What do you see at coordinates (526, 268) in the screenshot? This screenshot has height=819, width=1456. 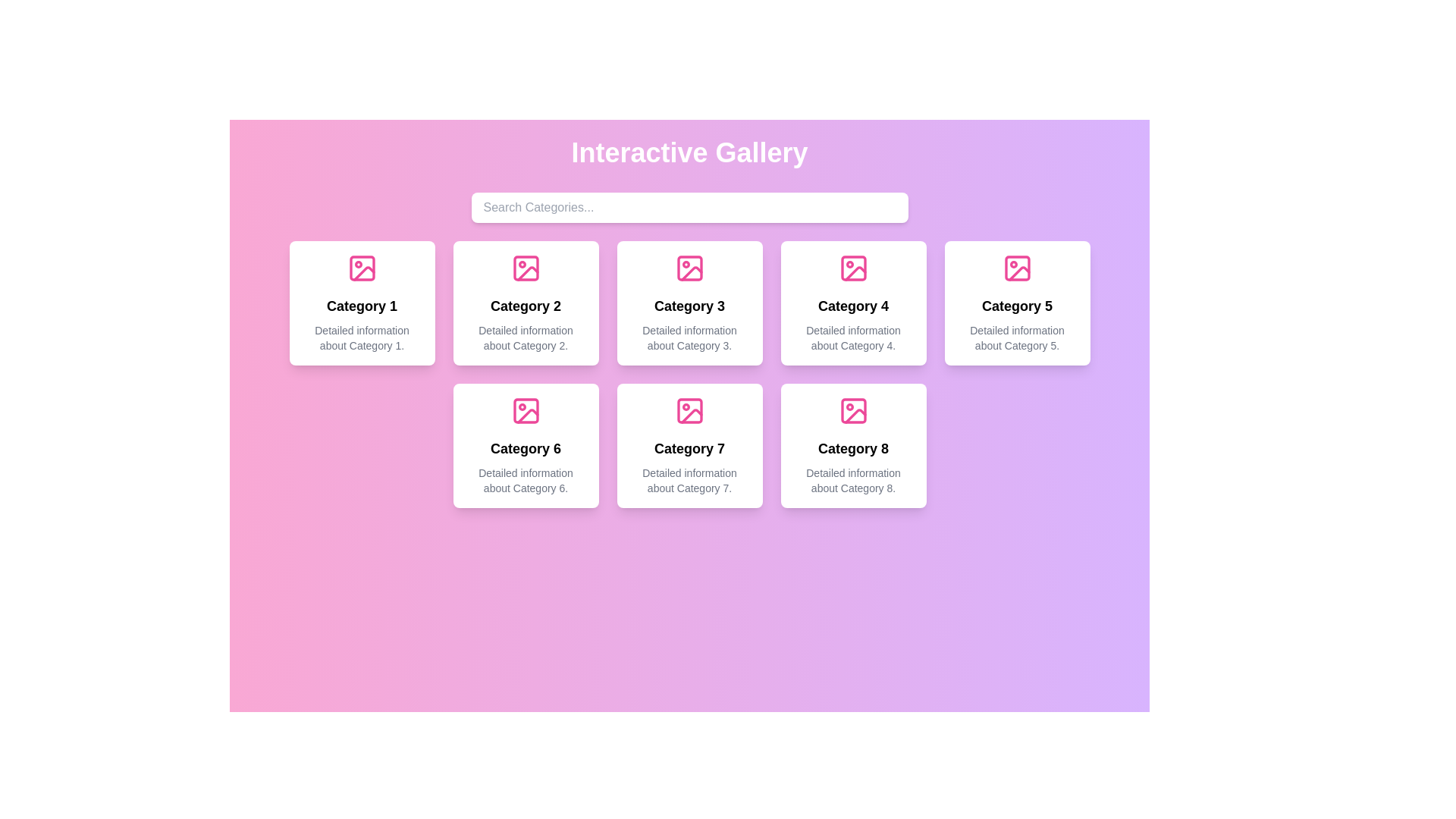 I see `the decorative graphical element located at the top-left corner of the SVG icon, which is part of the card above 'Category 2' in the second column of the card grid` at bounding box center [526, 268].